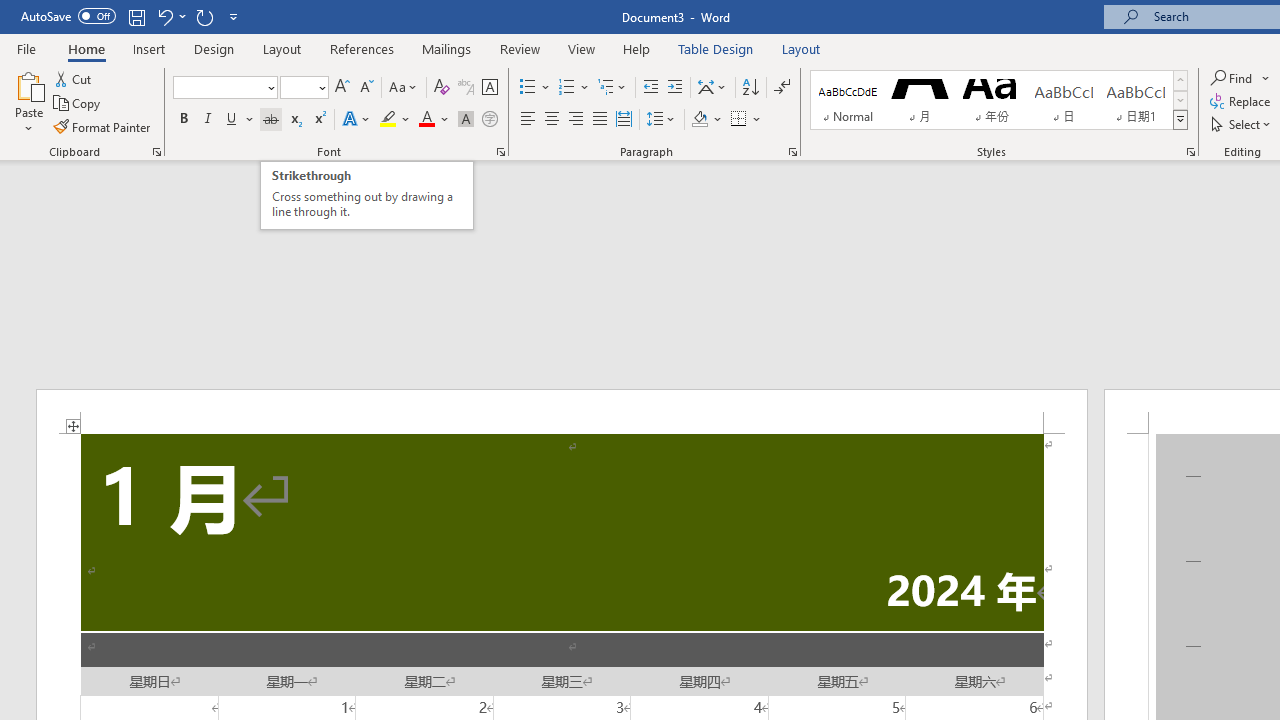 This screenshot has width=1280, height=720. What do you see at coordinates (425, 119) in the screenshot?
I see `'Font Color RGB(255, 0, 0)'` at bounding box center [425, 119].